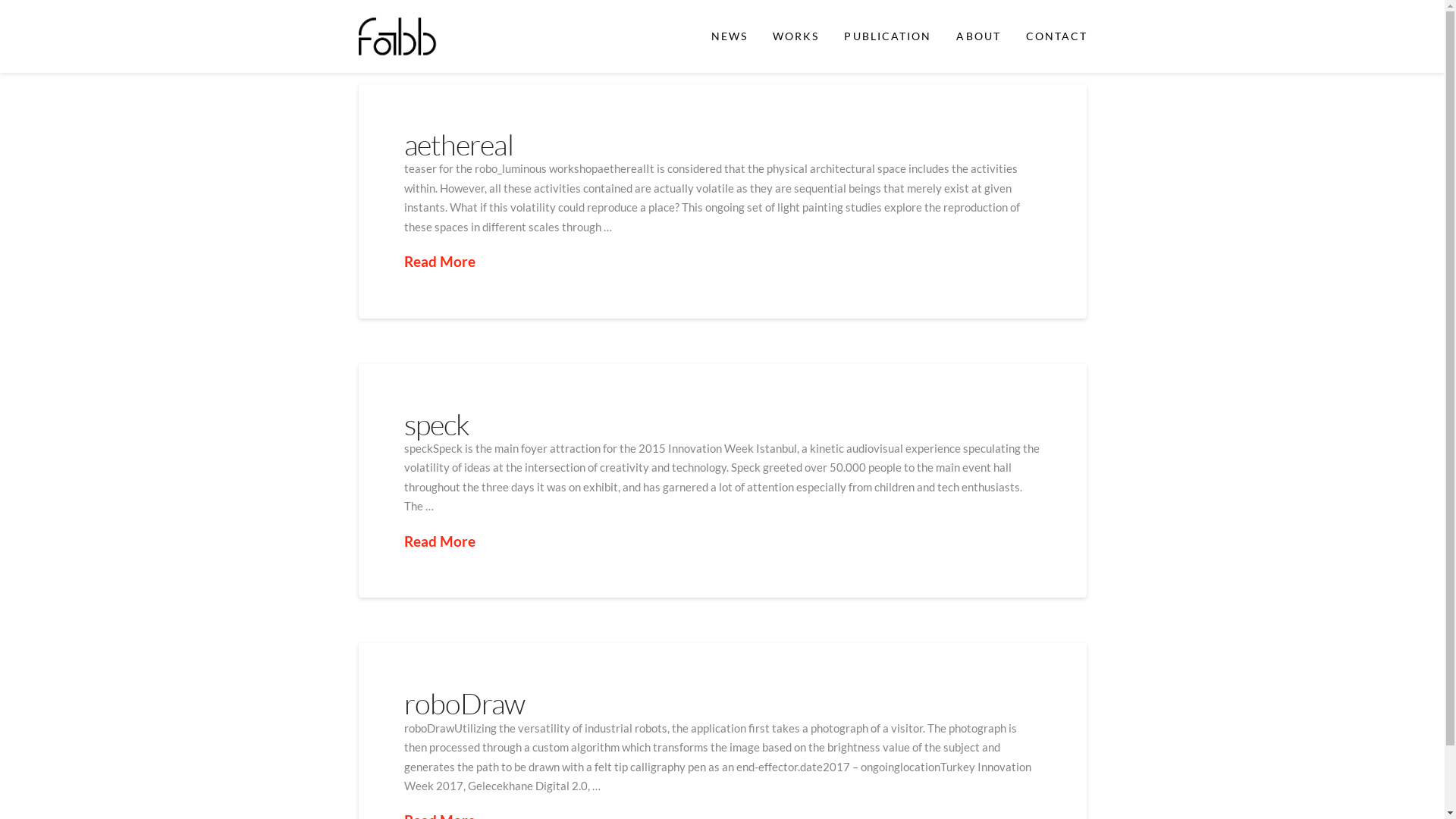 The image size is (1456, 819). I want to click on 'roboDraw', so click(463, 703).